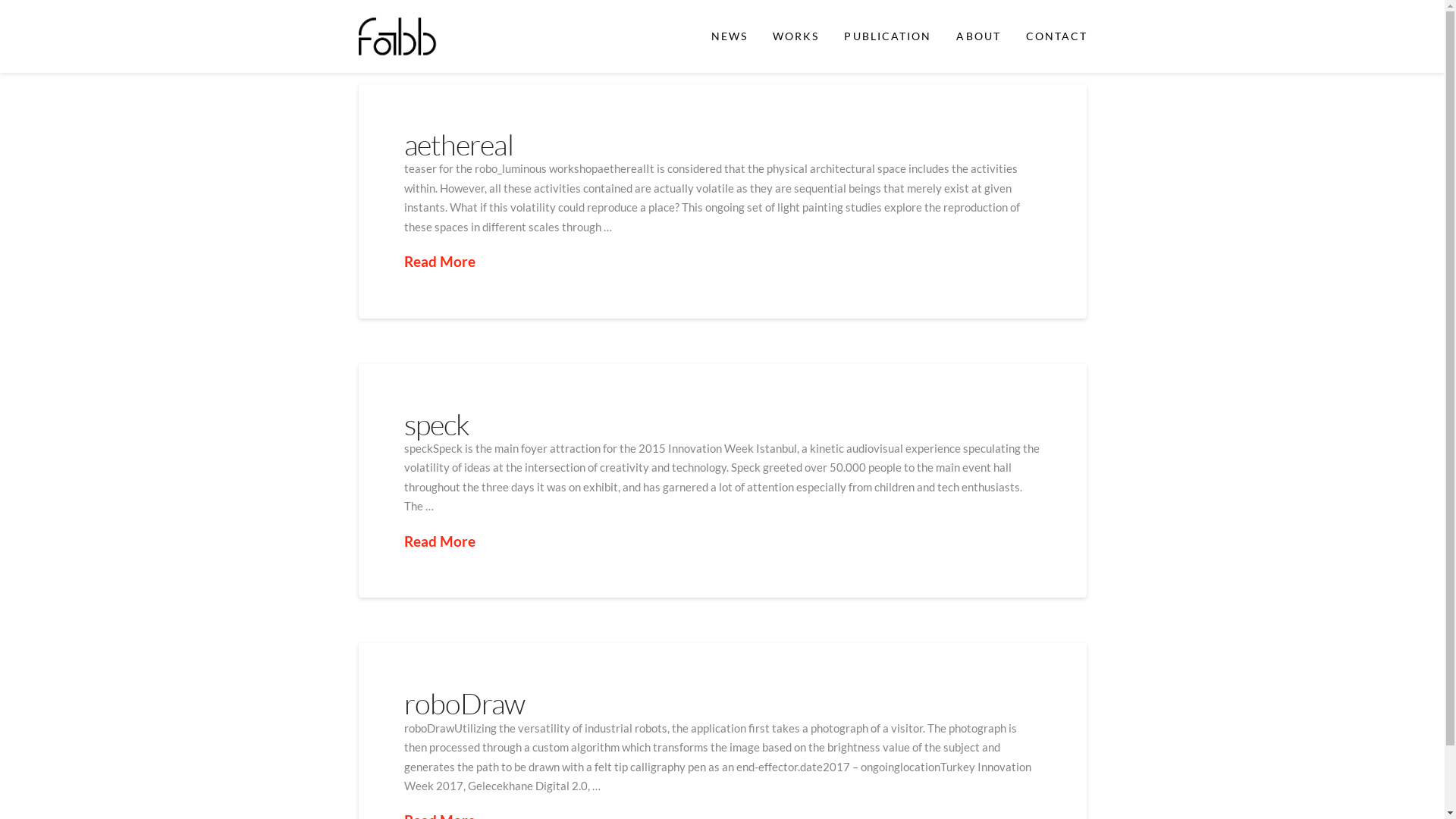 The image size is (1456, 819). I want to click on 'roboDraw', so click(463, 703).